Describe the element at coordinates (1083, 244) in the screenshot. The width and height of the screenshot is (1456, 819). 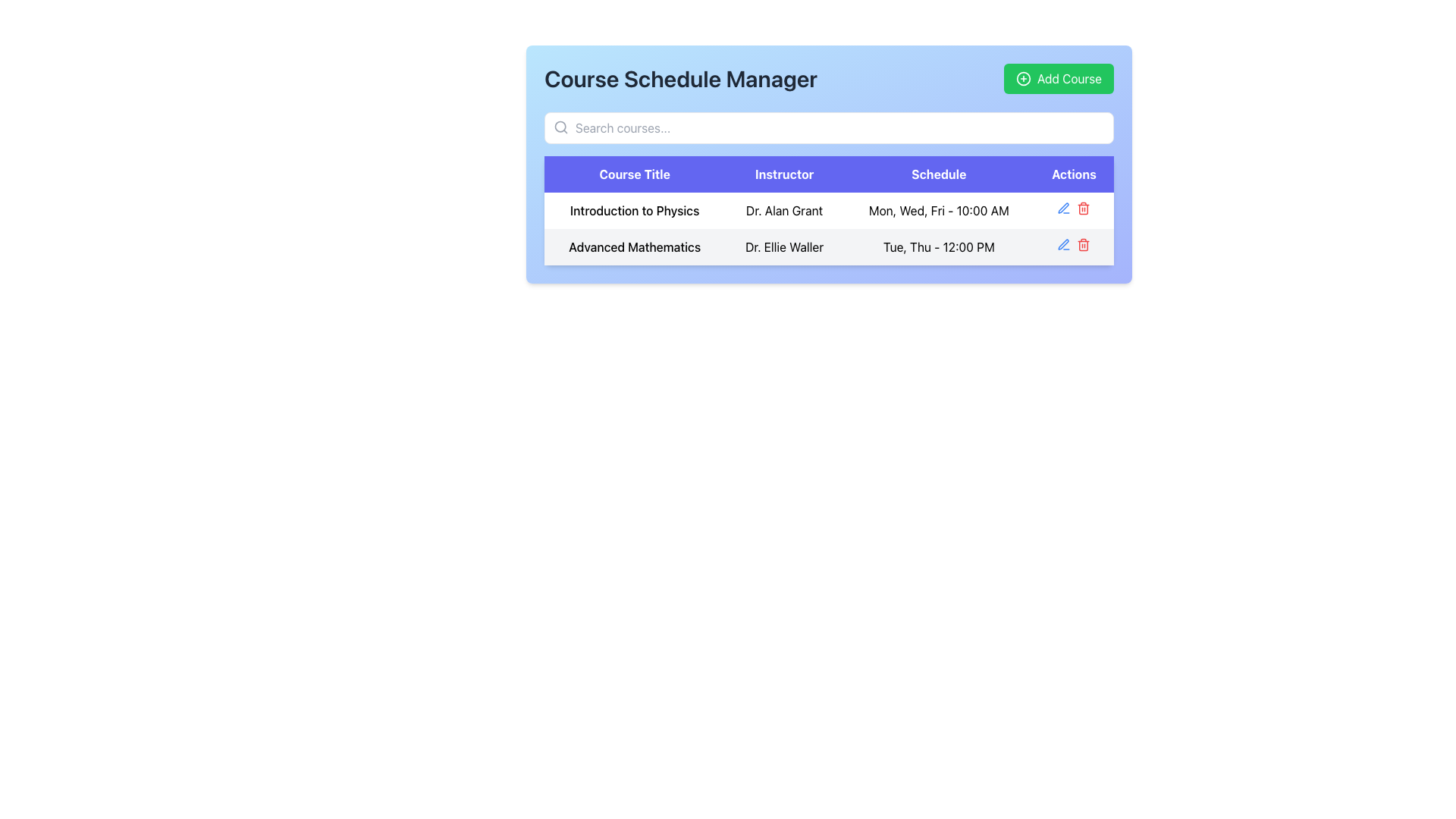
I see `the trash icon button in the second row under the 'Actions' column` at that location.